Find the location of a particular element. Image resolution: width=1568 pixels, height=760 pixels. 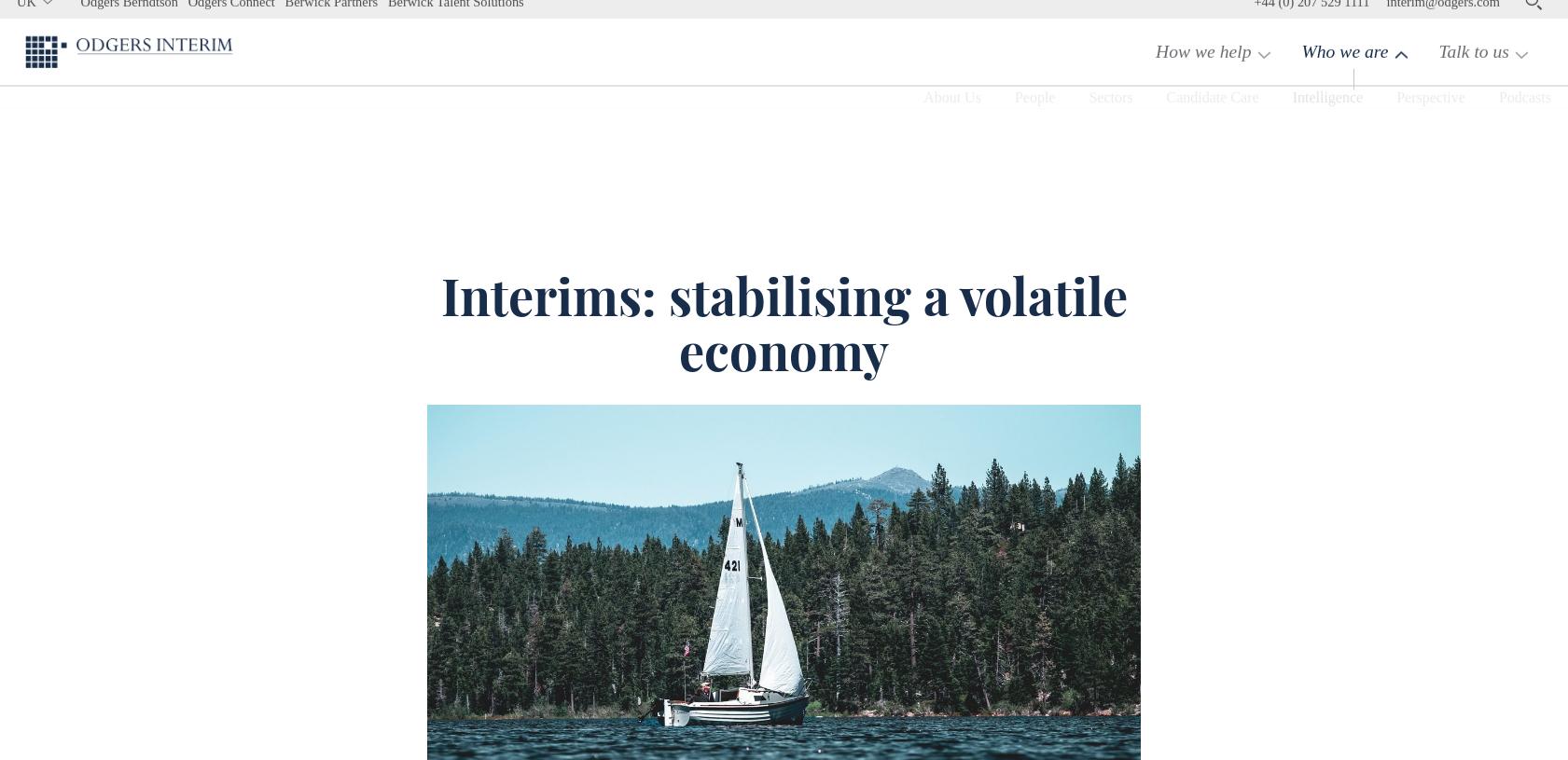

'+44 (0) 207 529 1111' is located at coordinates (1311, 16).